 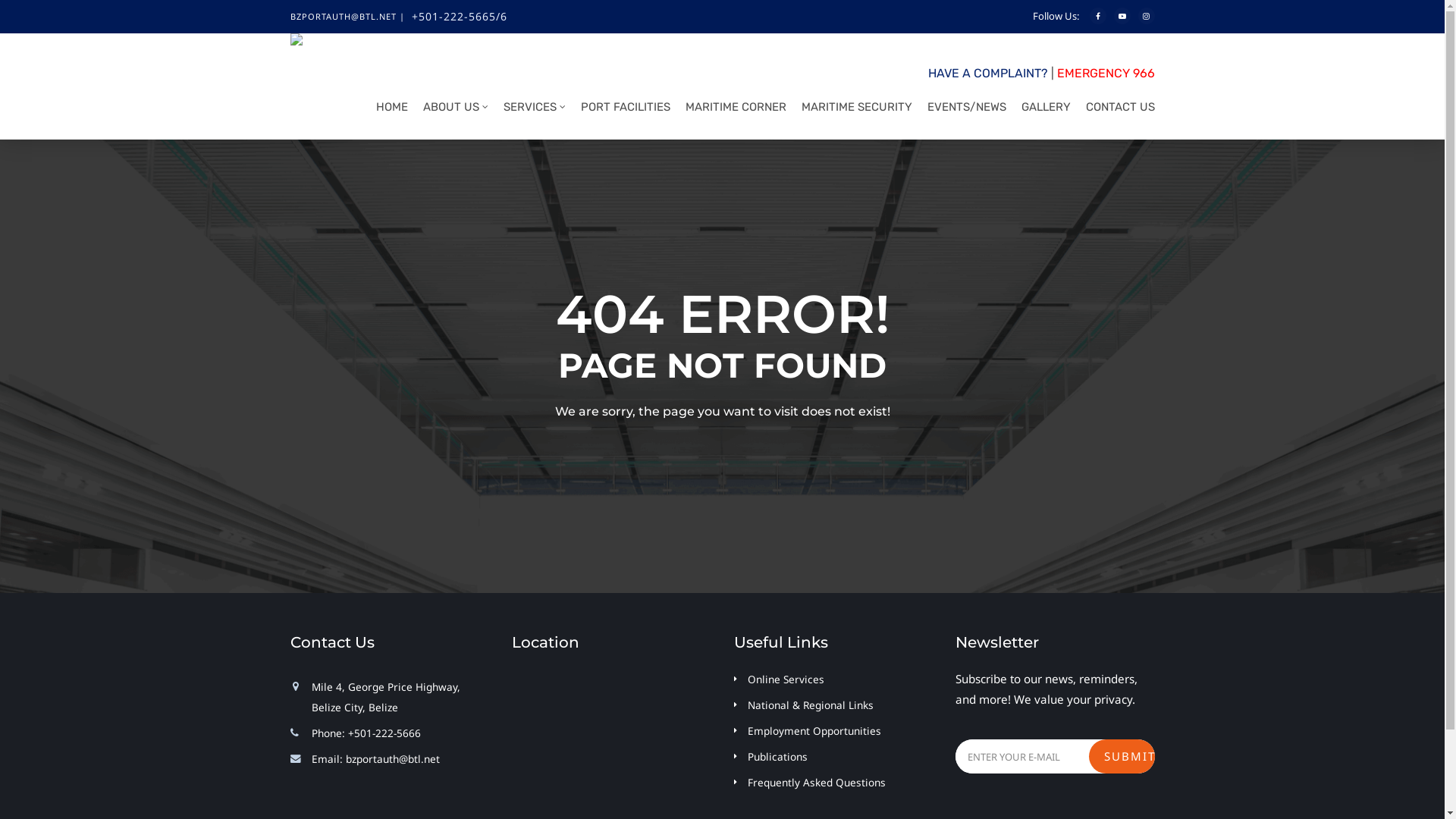 I want to click on 'ABOUT US', so click(x=450, y=110).